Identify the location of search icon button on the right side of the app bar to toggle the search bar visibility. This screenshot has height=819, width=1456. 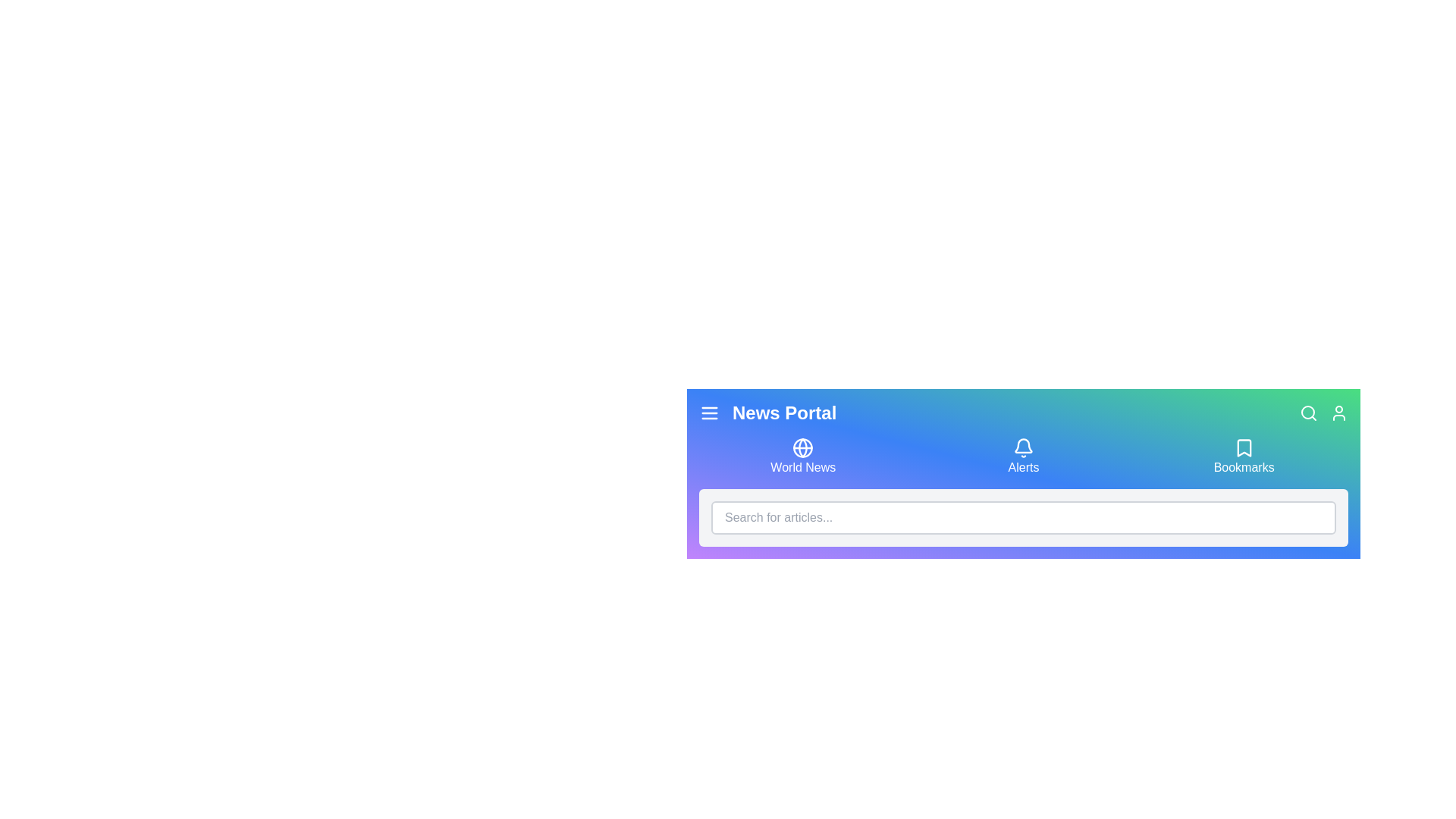
(1308, 413).